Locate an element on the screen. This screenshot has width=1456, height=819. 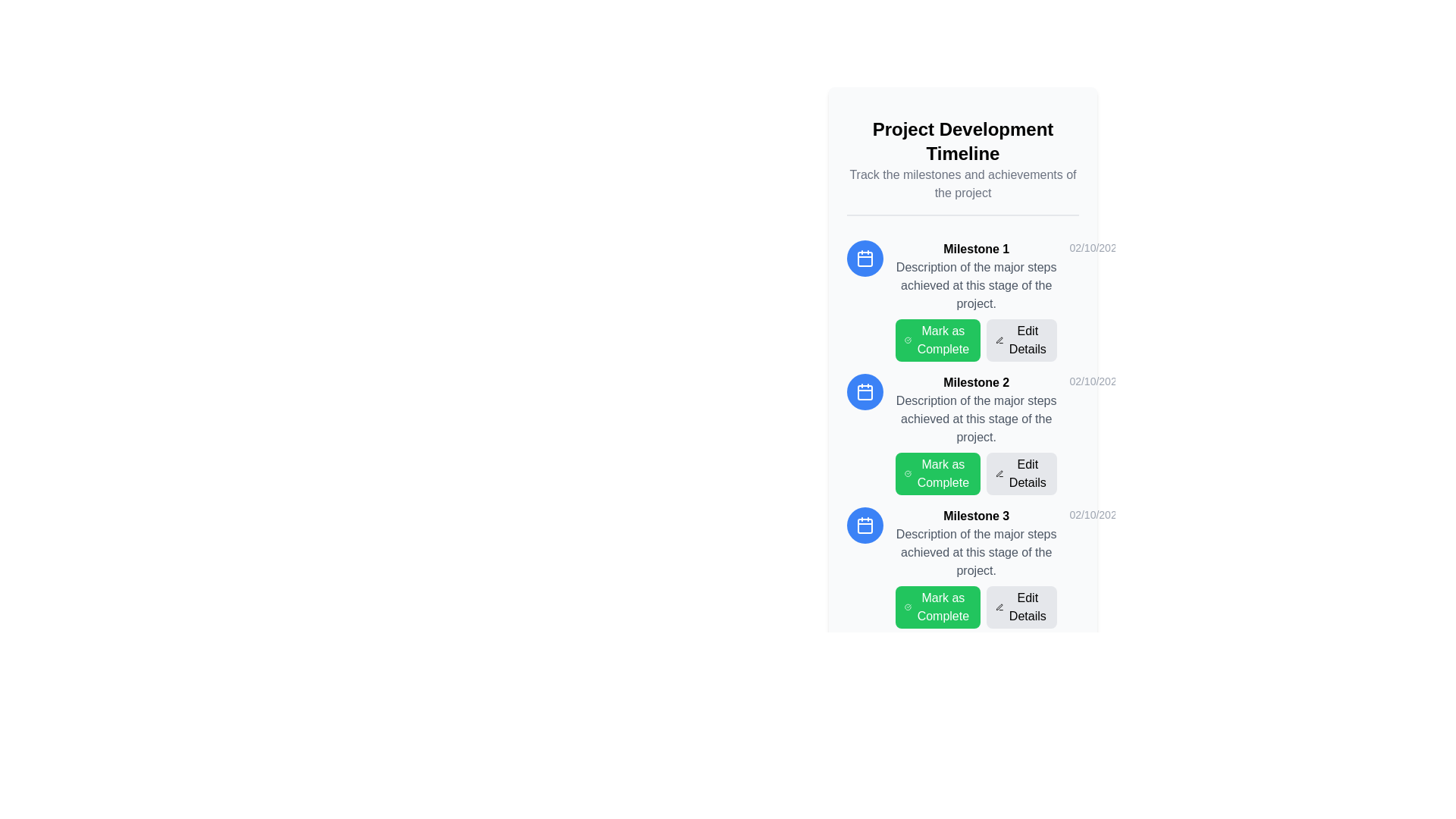
the Icon Button that visually indicates Milestone 2 in the timeline, located to the left of the 'Milestone 2' title is located at coordinates (865, 391).